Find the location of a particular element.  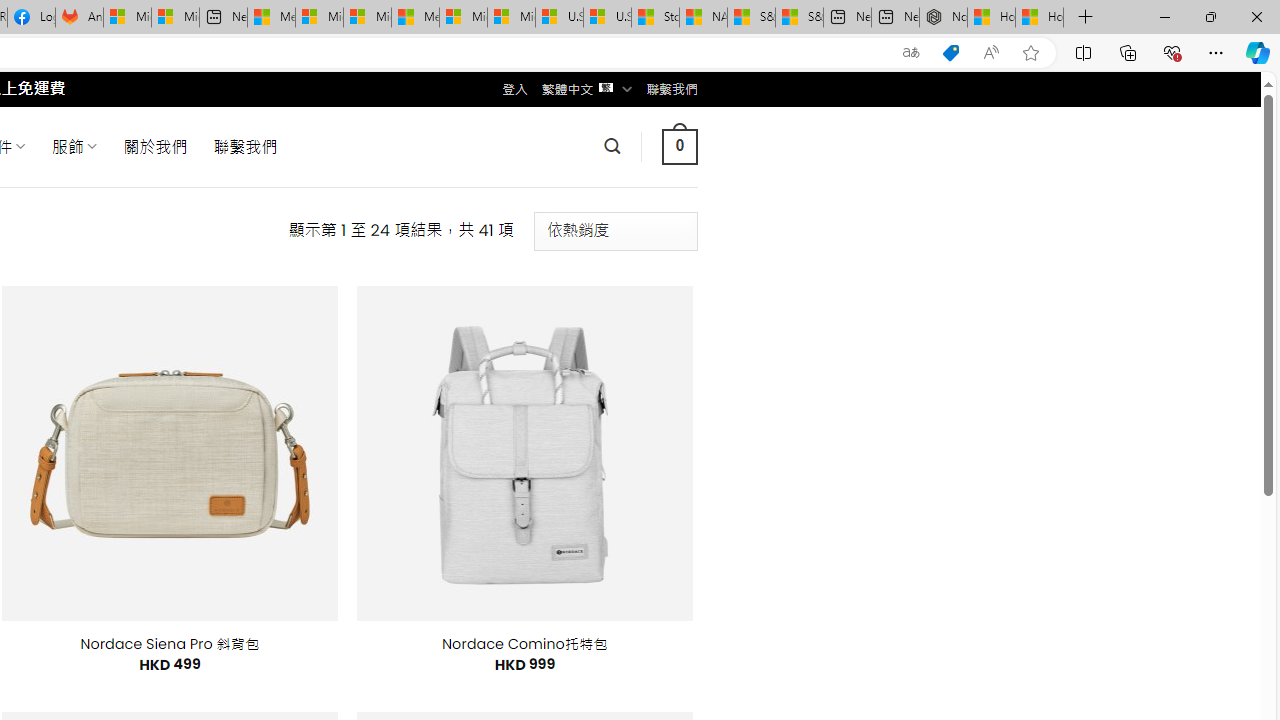

'S&P 500, Nasdaq end lower, weighed by Nvidia dip | Watch' is located at coordinates (798, 17).